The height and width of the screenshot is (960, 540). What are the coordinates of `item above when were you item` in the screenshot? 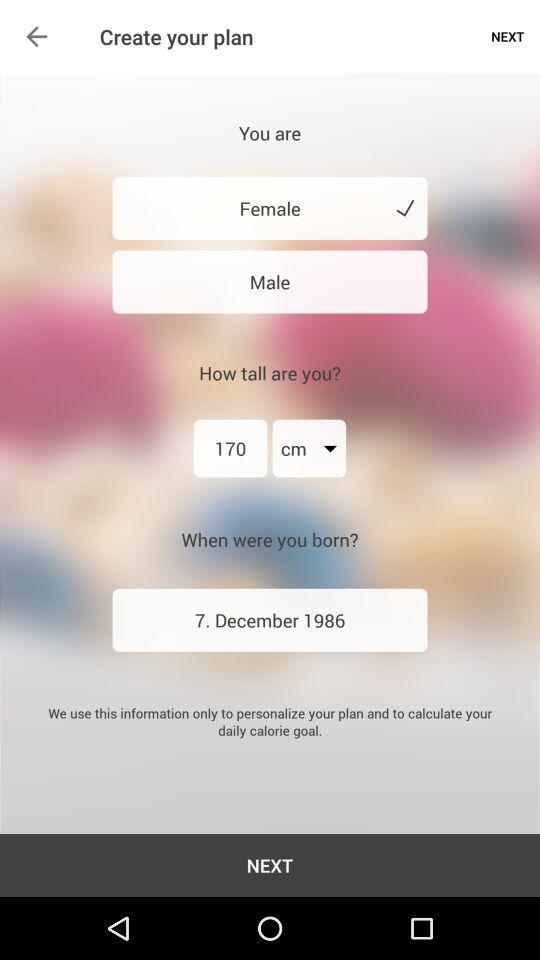 It's located at (229, 448).